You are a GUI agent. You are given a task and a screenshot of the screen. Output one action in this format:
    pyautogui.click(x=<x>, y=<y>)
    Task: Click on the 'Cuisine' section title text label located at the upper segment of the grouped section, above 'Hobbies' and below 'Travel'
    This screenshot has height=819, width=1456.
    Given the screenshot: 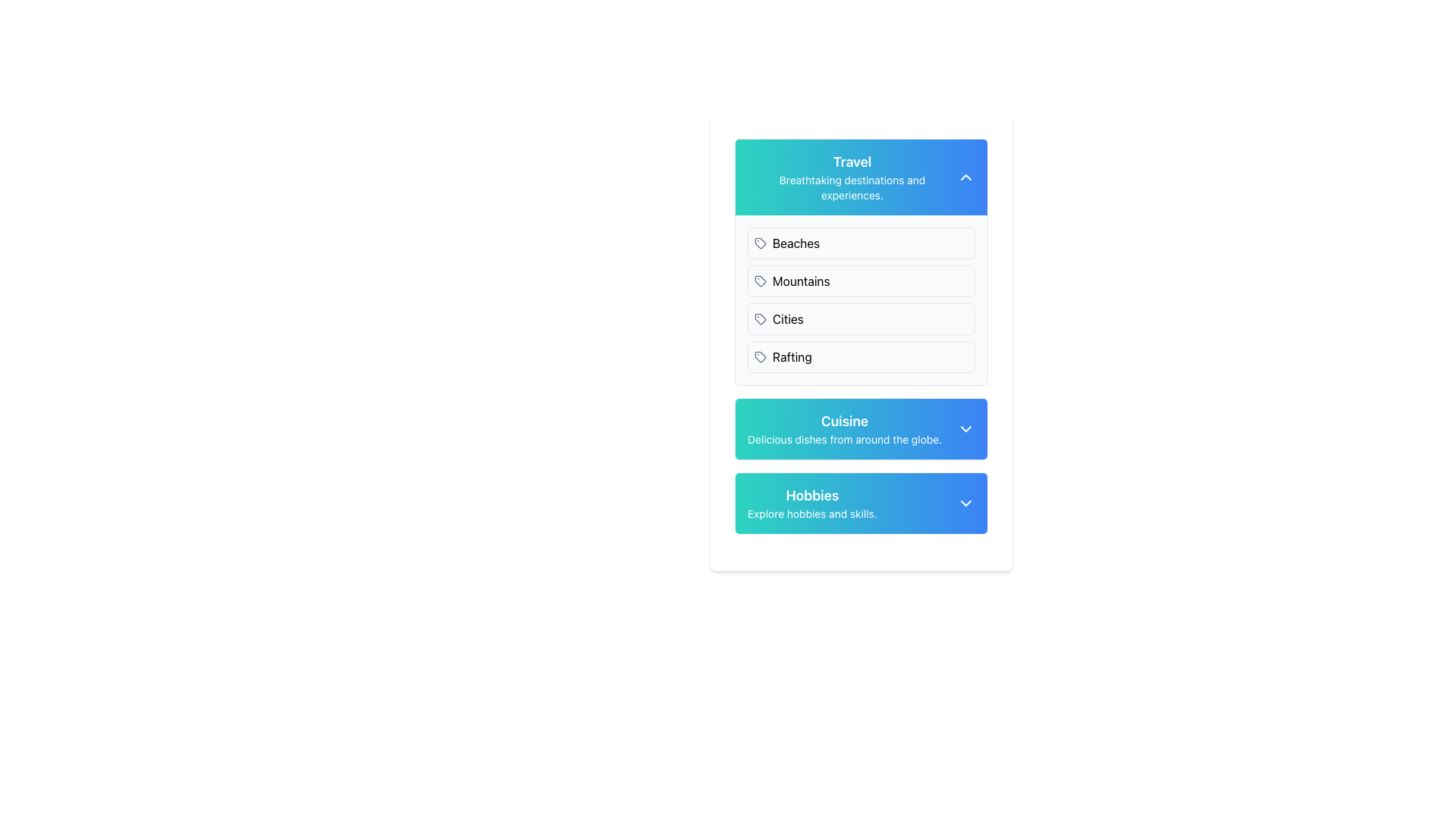 What is the action you would take?
    pyautogui.click(x=843, y=421)
    